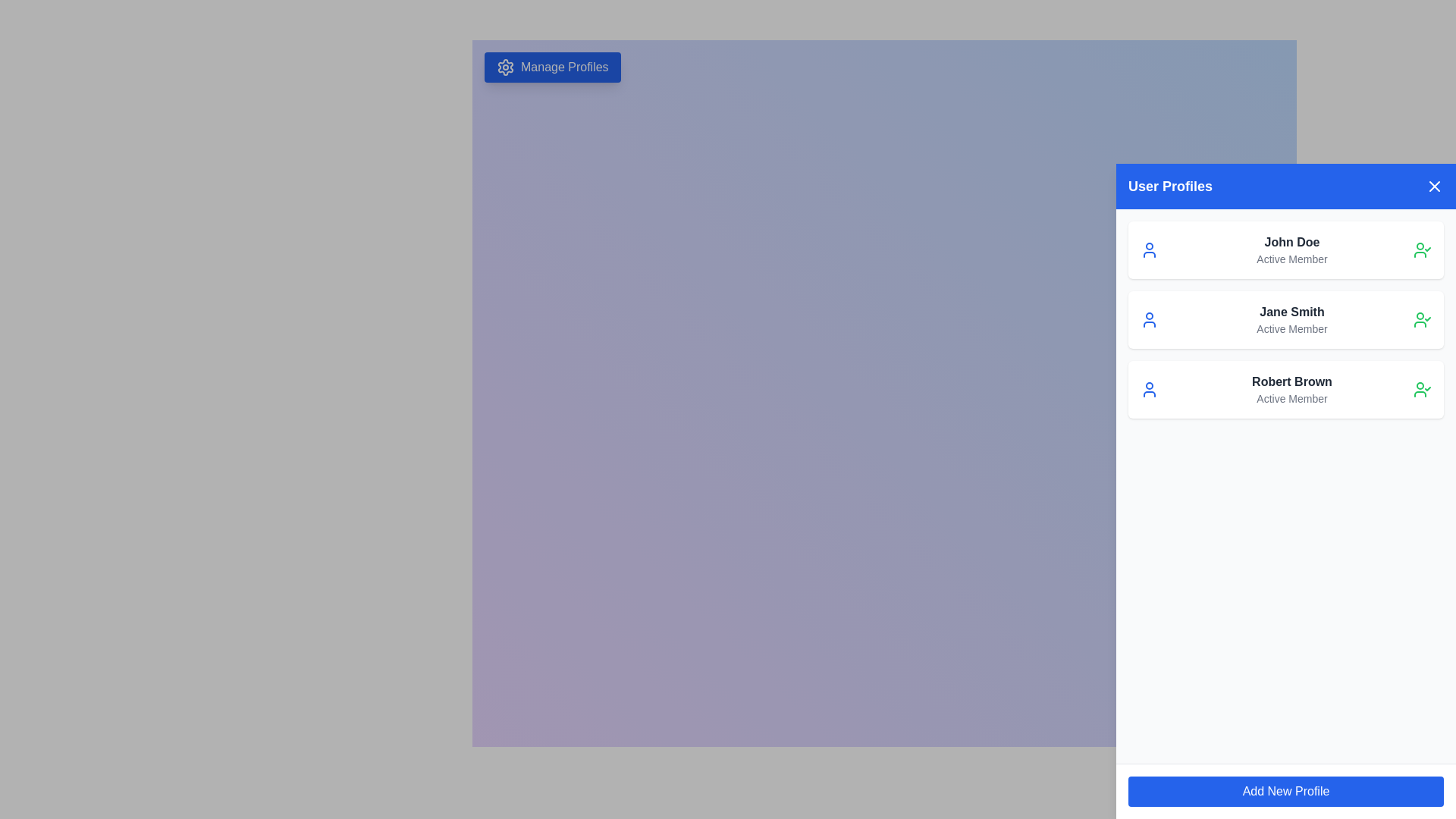 This screenshot has height=819, width=1456. Describe the element at coordinates (1285, 388) in the screenshot. I see `the user profile card displaying user information, located in the third position of the 'User Profiles' list` at that location.